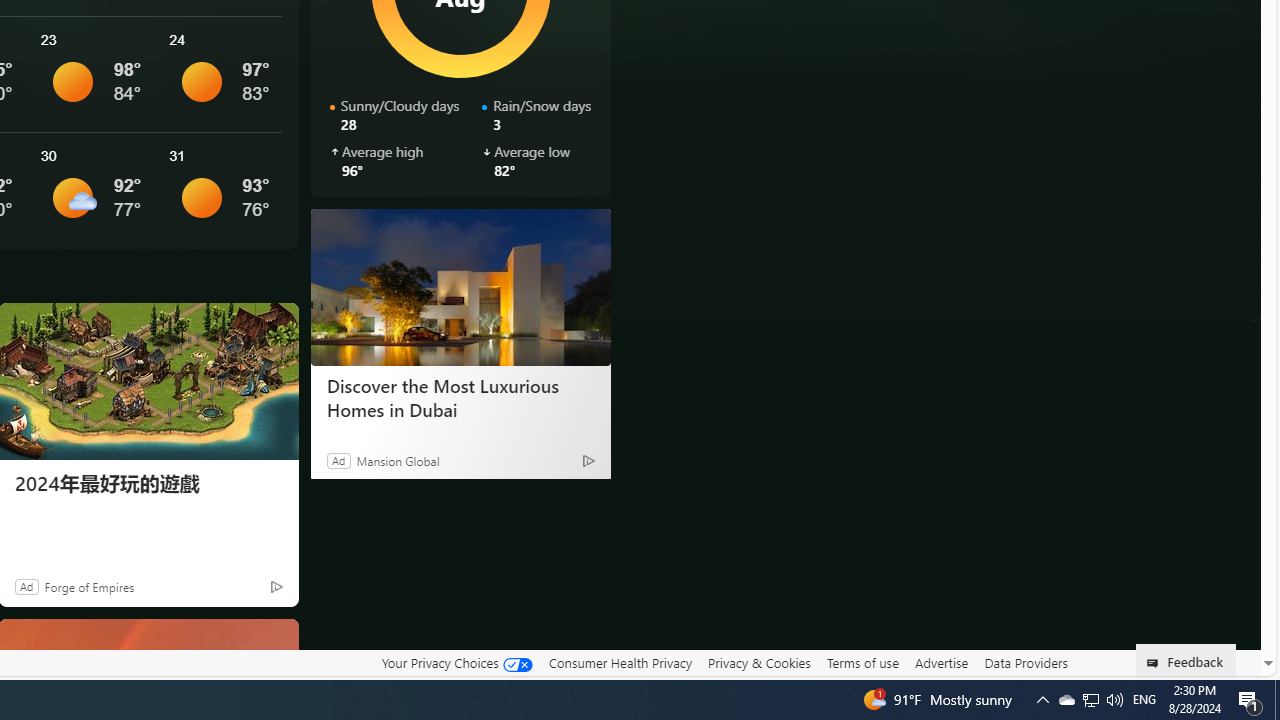 Image resolution: width=1280 pixels, height=720 pixels. I want to click on 'Advertise', so click(940, 663).